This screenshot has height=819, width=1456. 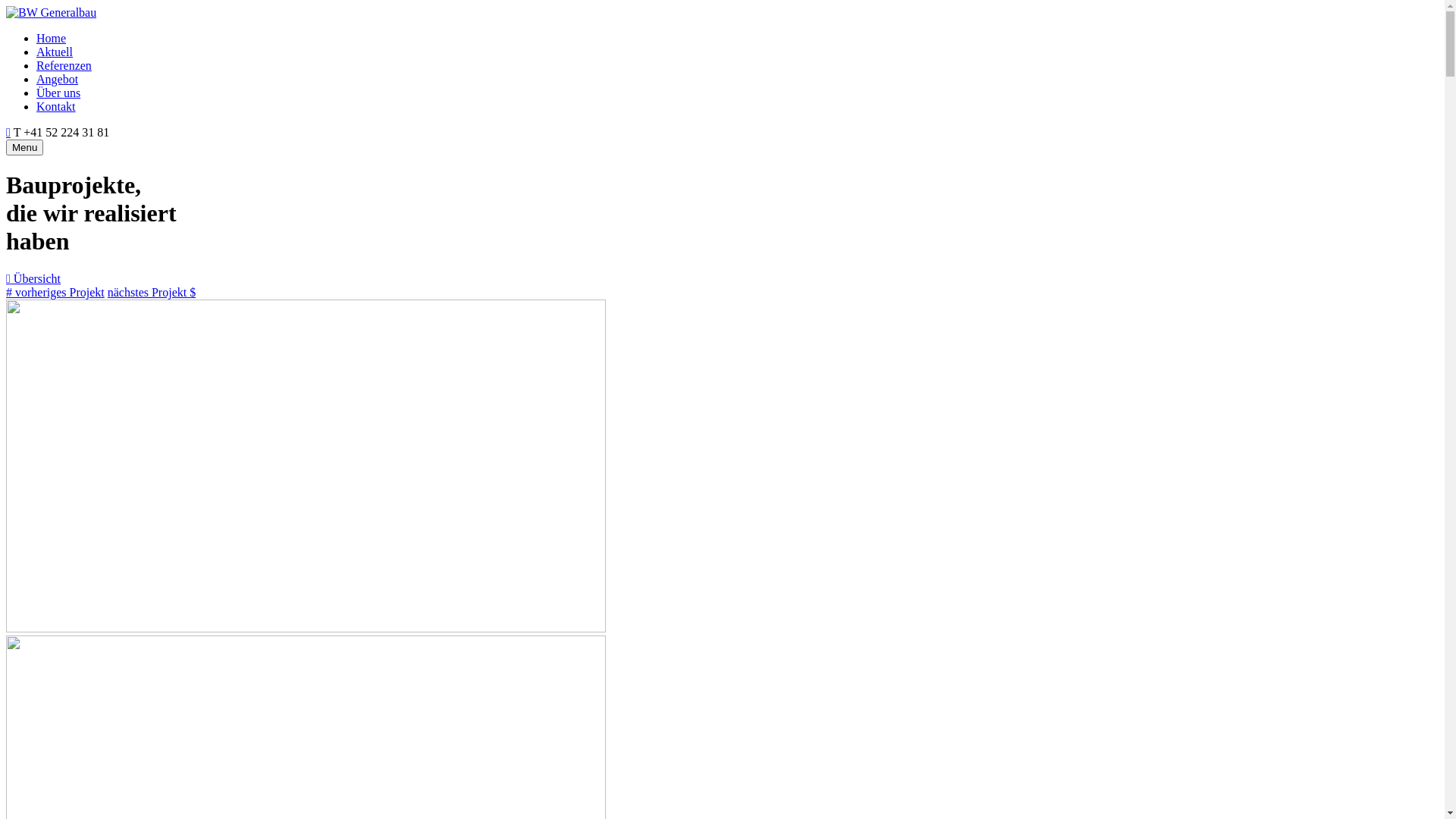 I want to click on 'Home', so click(x=36, y=37).